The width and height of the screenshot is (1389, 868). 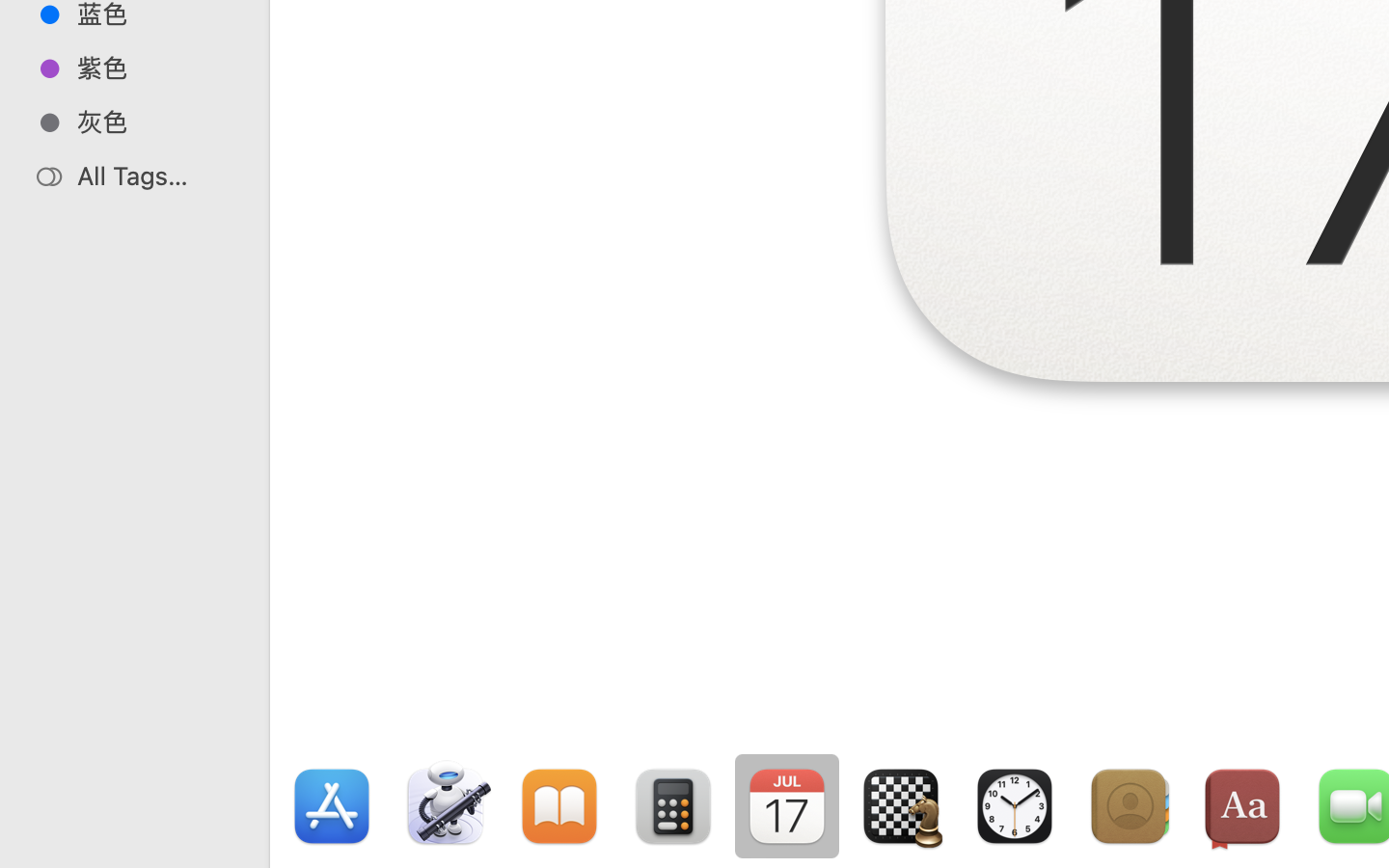 I want to click on '灰色', so click(x=153, y=122).